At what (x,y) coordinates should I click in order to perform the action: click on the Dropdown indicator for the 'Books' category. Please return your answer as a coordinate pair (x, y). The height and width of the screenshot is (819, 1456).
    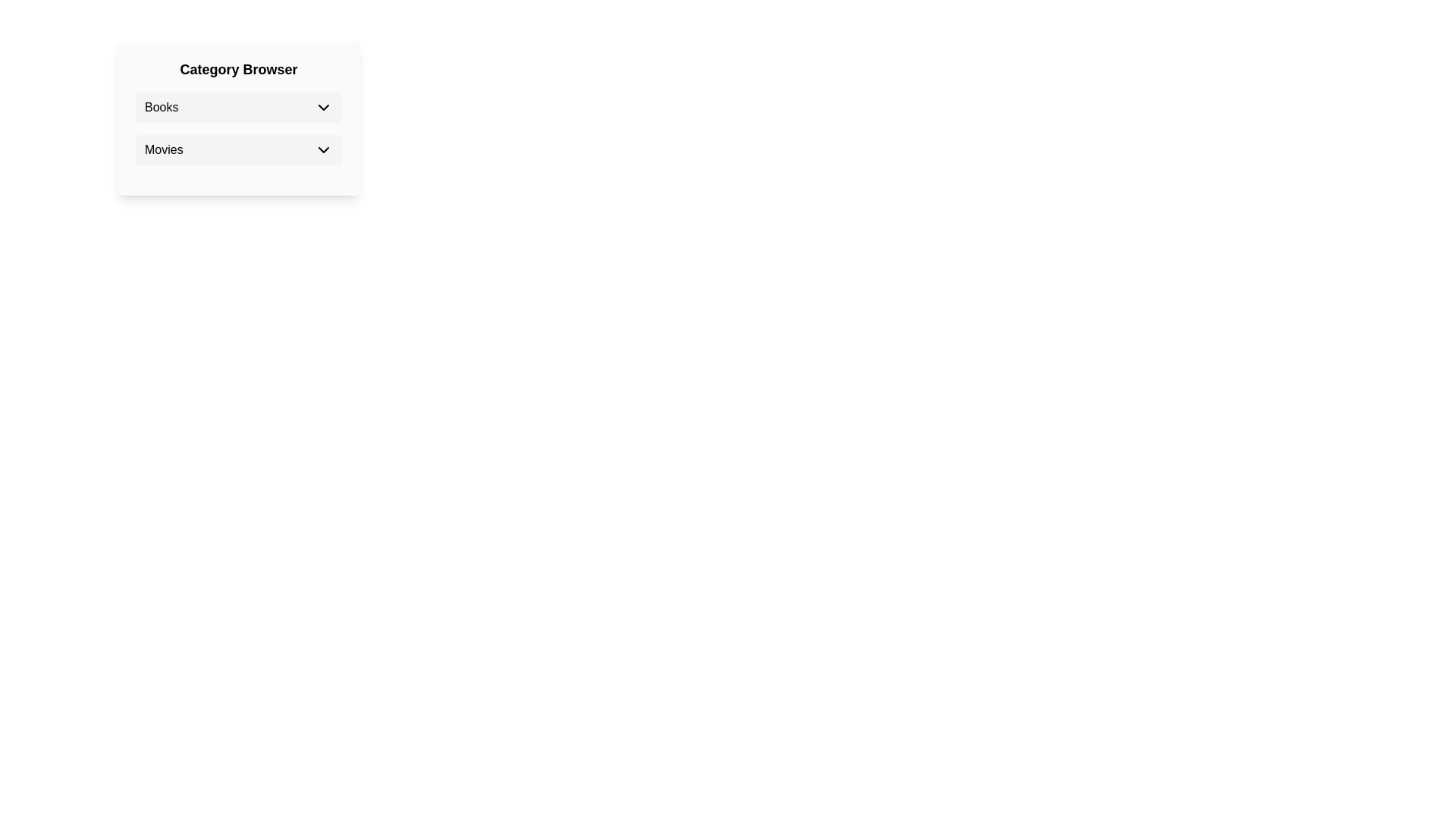
    Looking at the image, I should click on (323, 107).